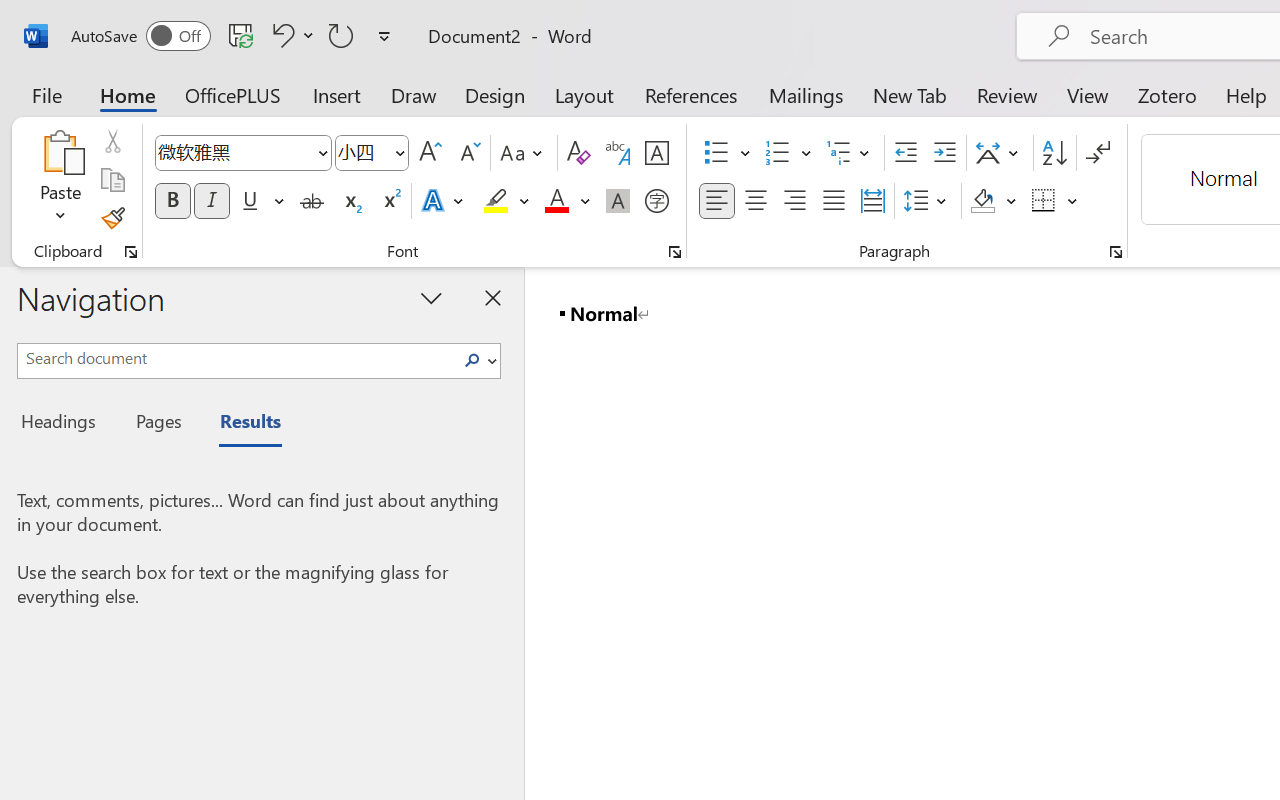 This screenshot has width=1280, height=800. Describe the element at coordinates (240, 34) in the screenshot. I see `'Save'` at that location.